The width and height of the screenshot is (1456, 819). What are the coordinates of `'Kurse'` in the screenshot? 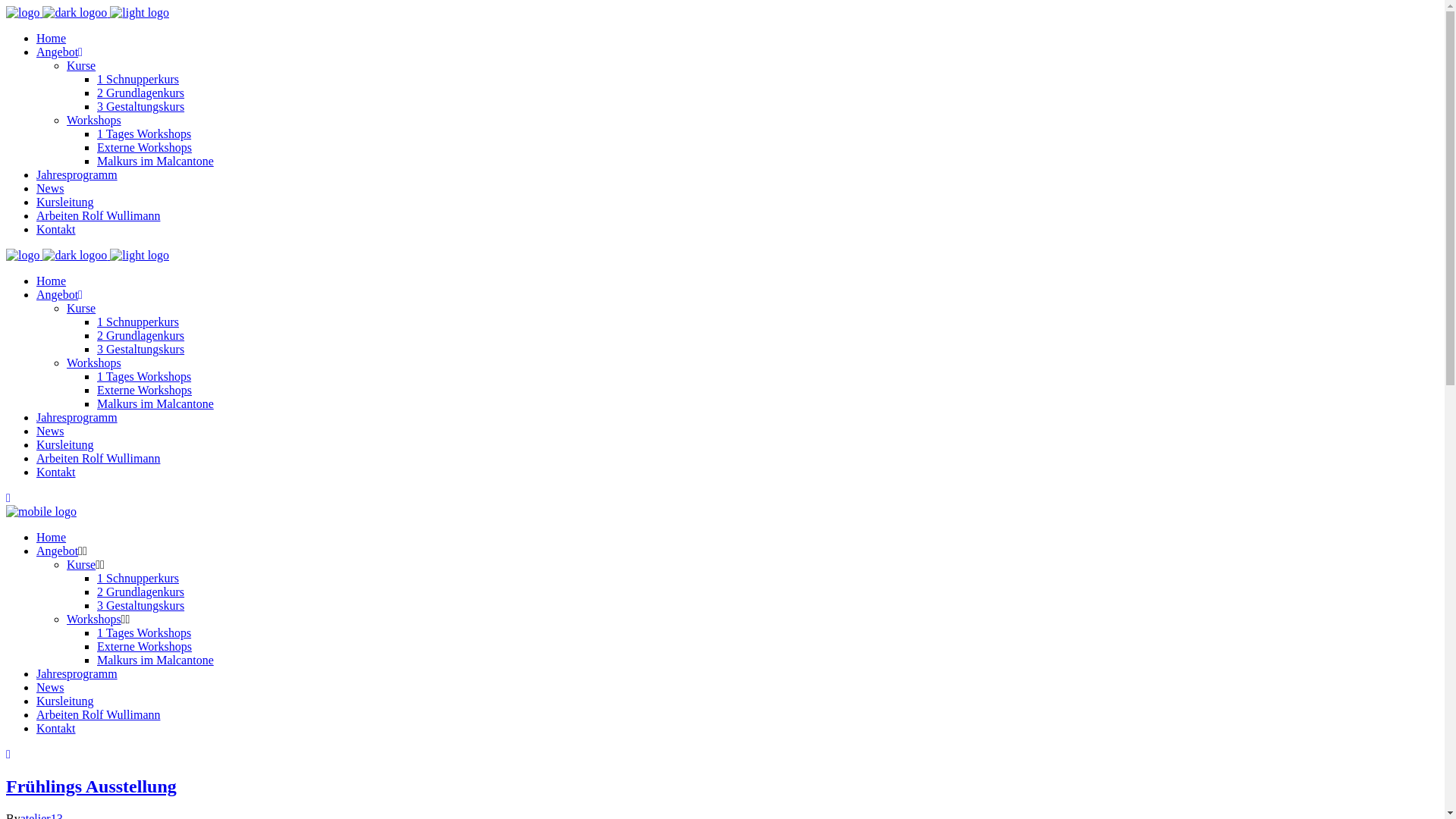 It's located at (80, 307).